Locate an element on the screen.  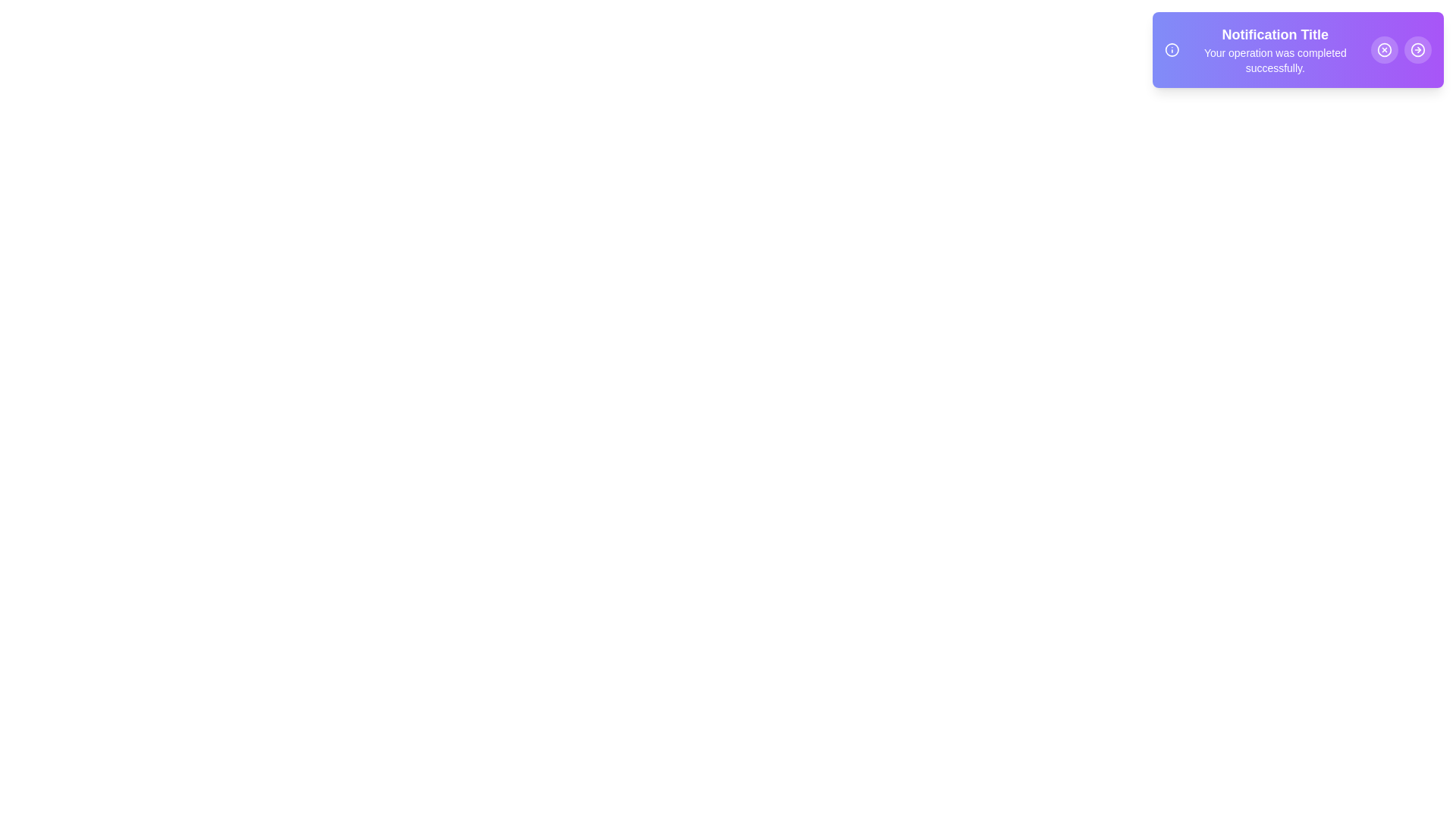
the notification text to interact with it is located at coordinates (1274, 49).